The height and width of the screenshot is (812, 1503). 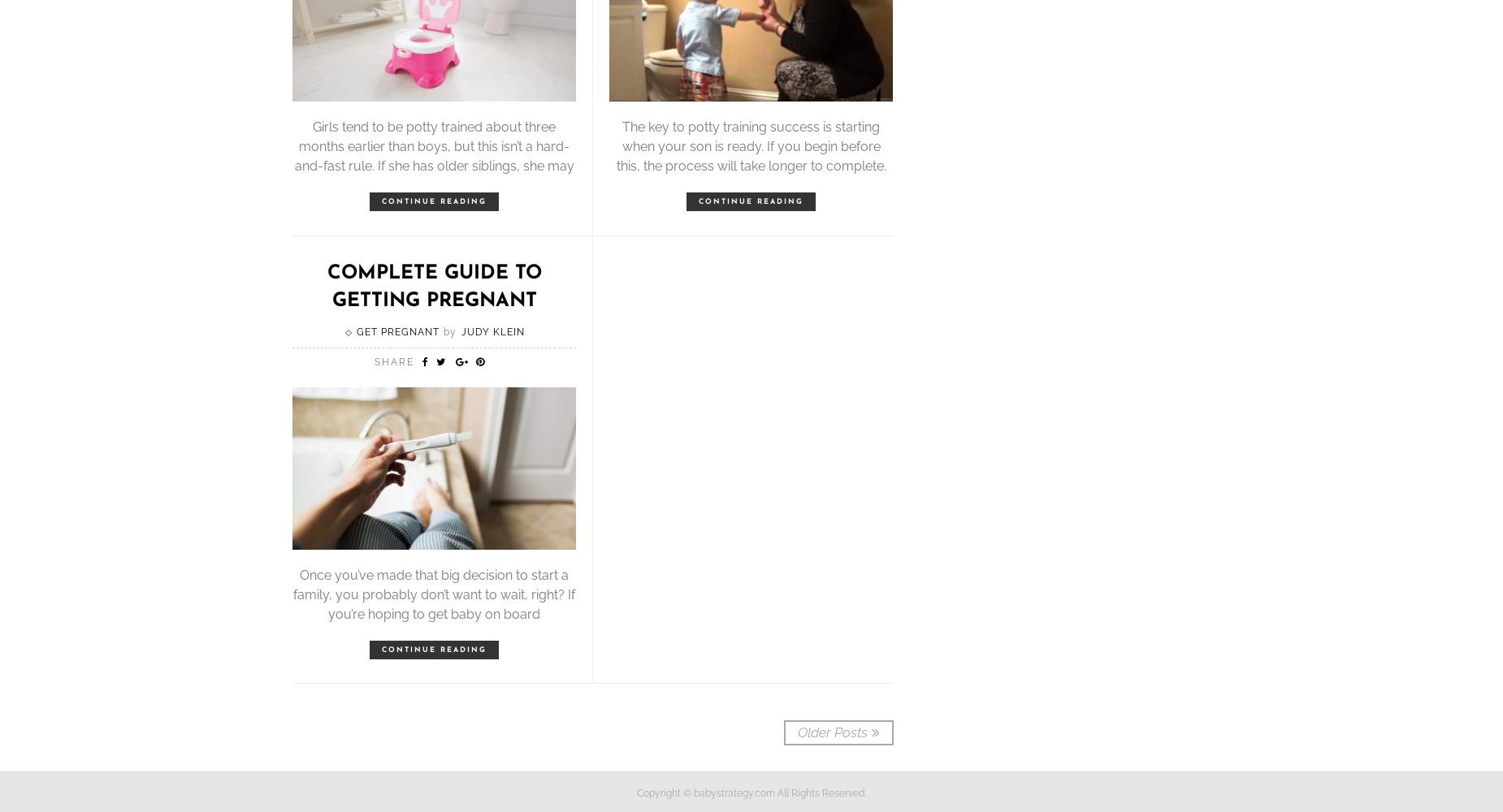 I want to click on 'Judy Klein', so click(x=492, y=332).